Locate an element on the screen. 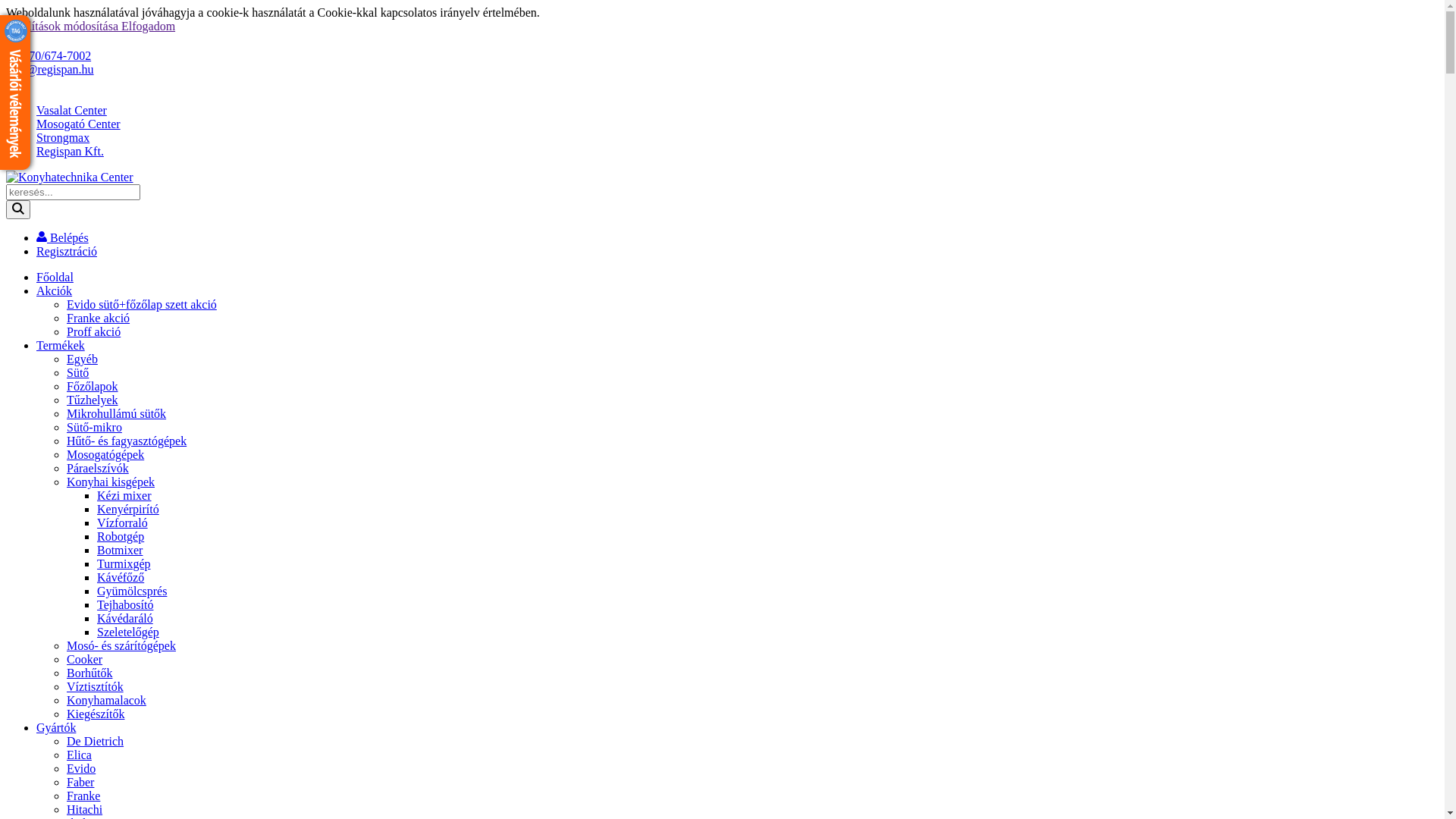 The width and height of the screenshot is (1456, 819). '+36-70/674-7002' is located at coordinates (48, 55).